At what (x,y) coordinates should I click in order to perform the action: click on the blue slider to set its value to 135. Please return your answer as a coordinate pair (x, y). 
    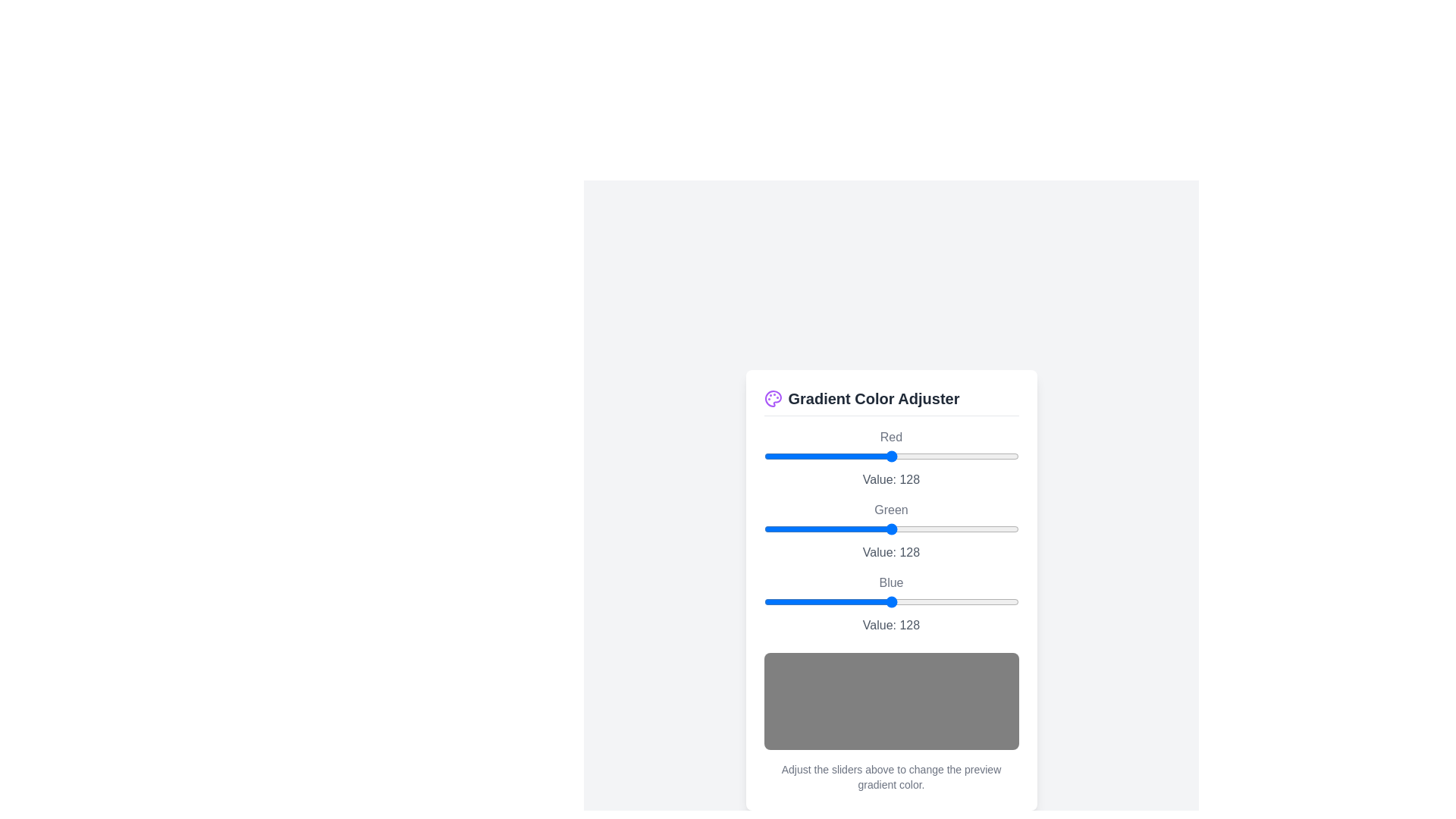
    Looking at the image, I should click on (899, 601).